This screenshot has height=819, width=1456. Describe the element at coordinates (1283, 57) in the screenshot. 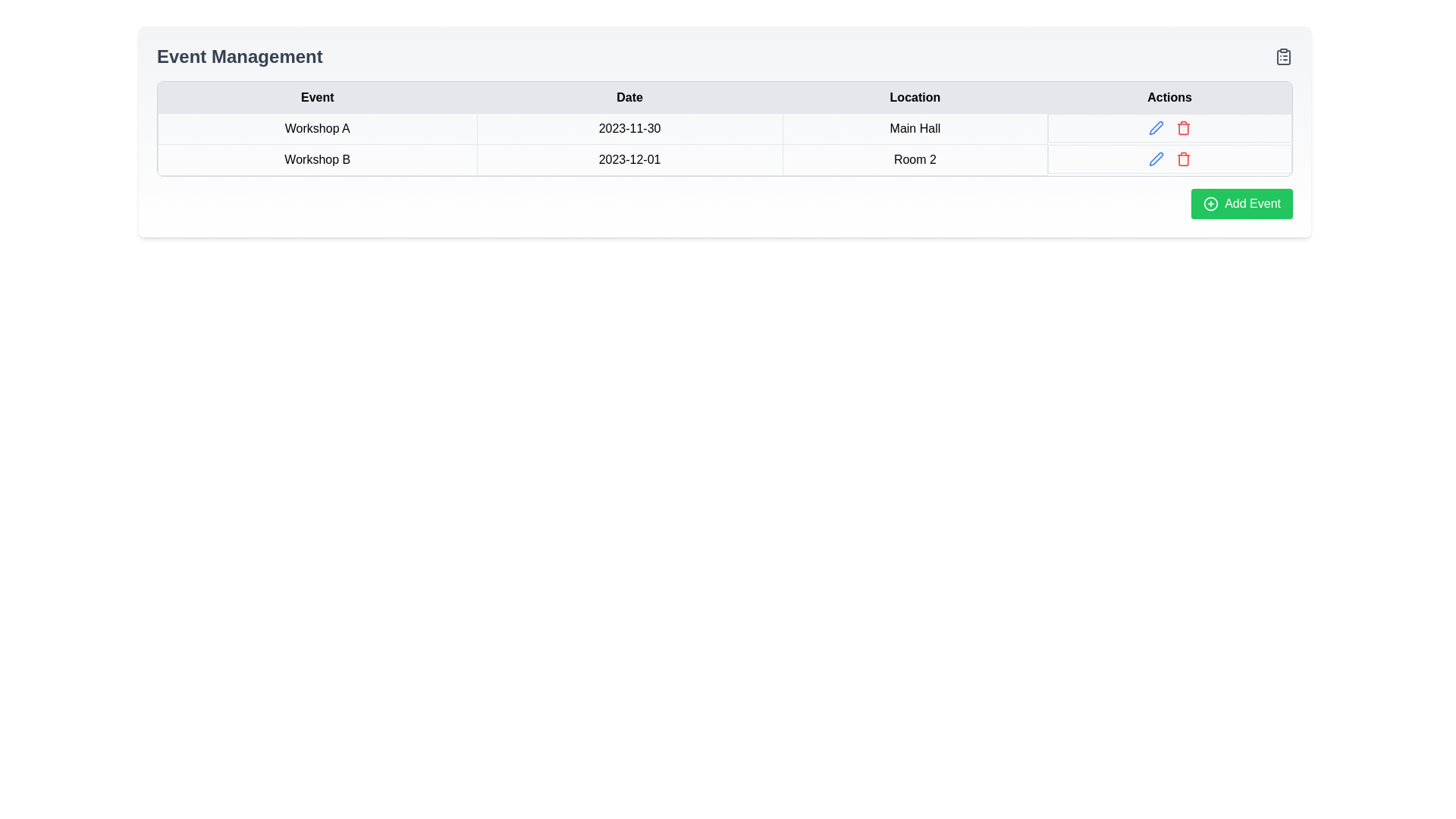

I see `the clipboard icon located in the top-right corner of the interface, near the 'Event Management' section header` at that location.